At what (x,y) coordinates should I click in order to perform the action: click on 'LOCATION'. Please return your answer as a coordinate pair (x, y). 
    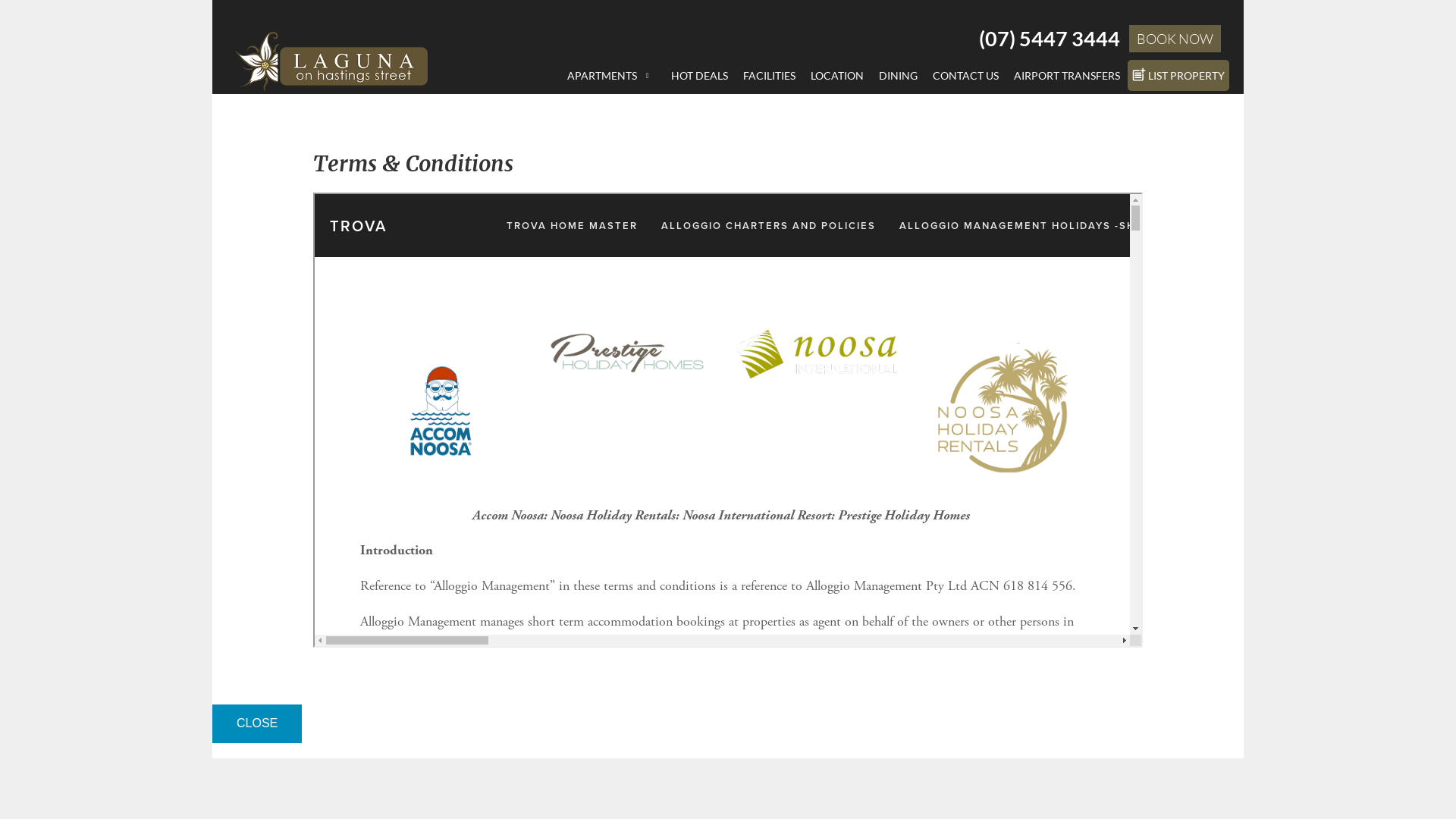
    Looking at the image, I should click on (802, 75).